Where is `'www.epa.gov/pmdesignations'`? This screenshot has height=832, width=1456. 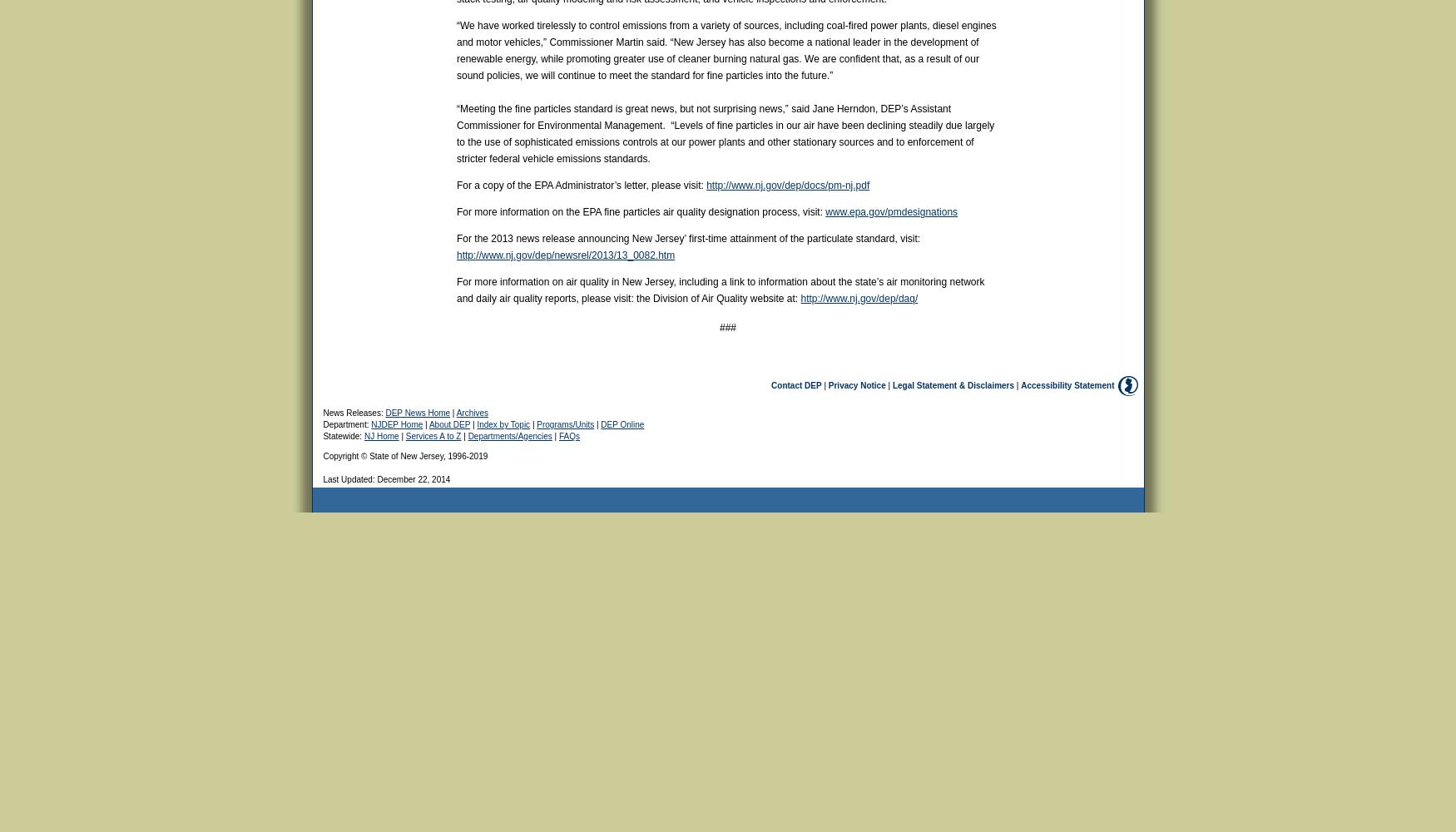
'www.epa.gov/pmdesignations' is located at coordinates (891, 212).